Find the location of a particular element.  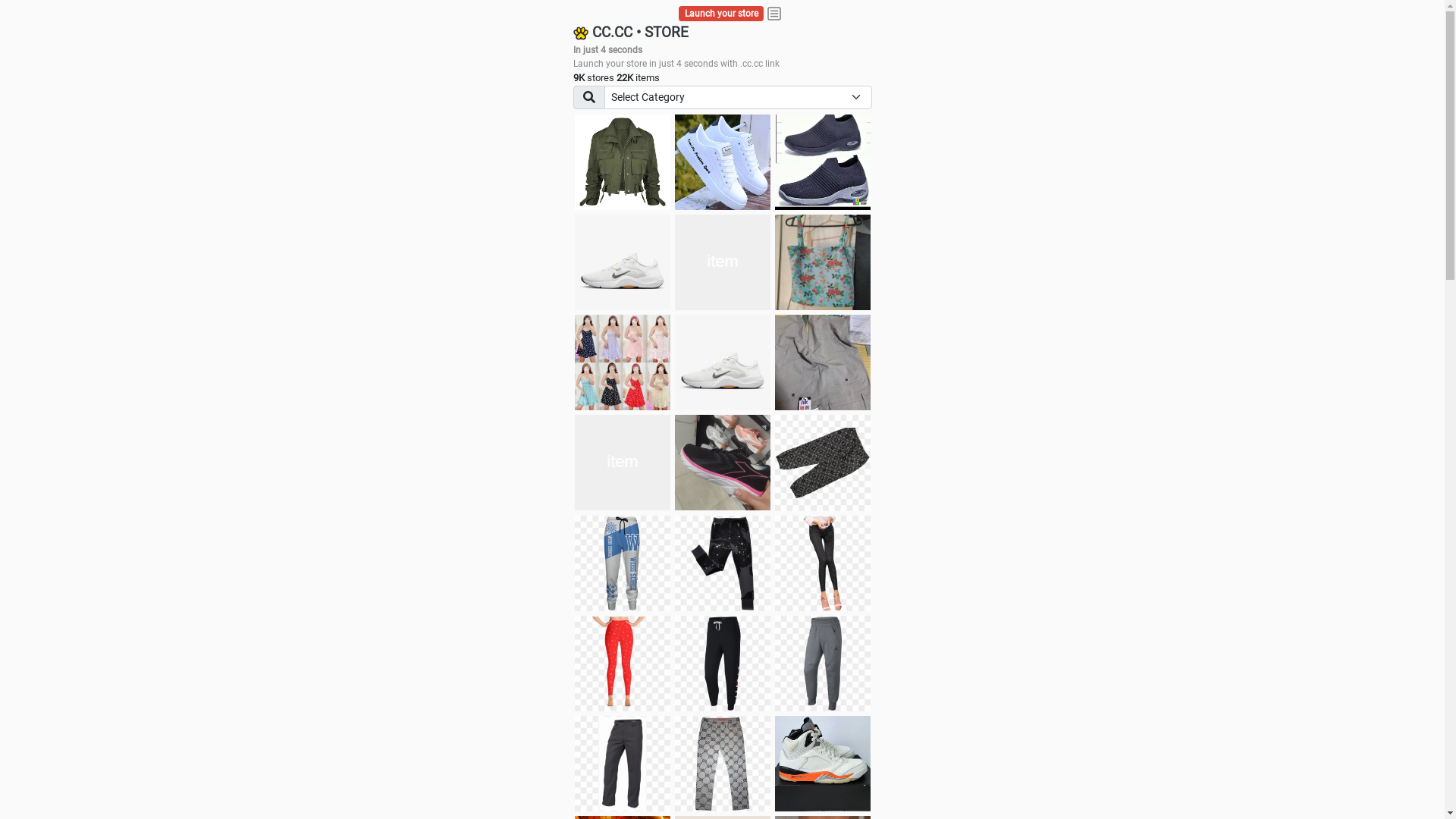

'Shoes' is located at coordinates (673, 362).